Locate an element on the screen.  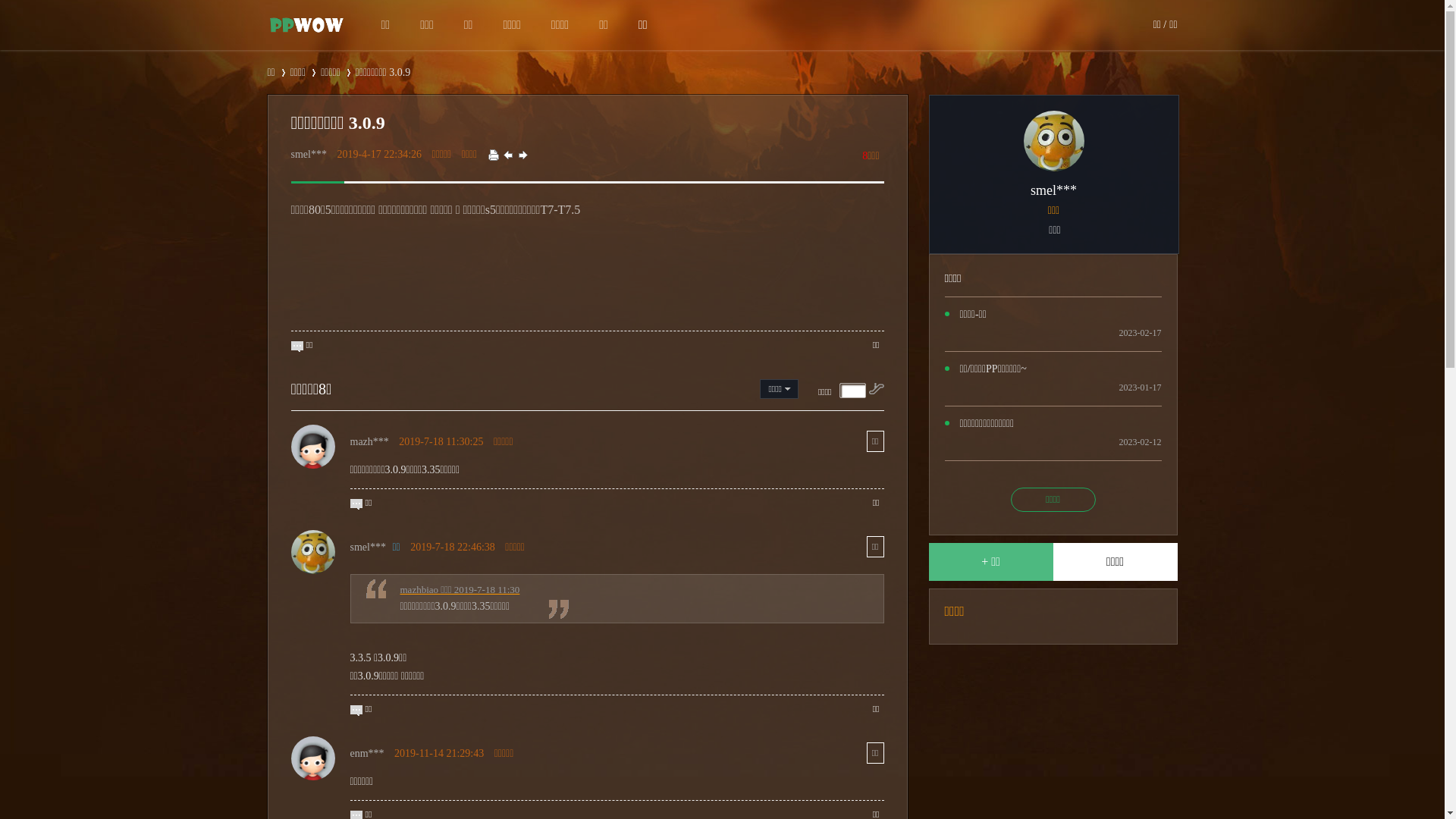
'enm***' is located at coordinates (367, 753).